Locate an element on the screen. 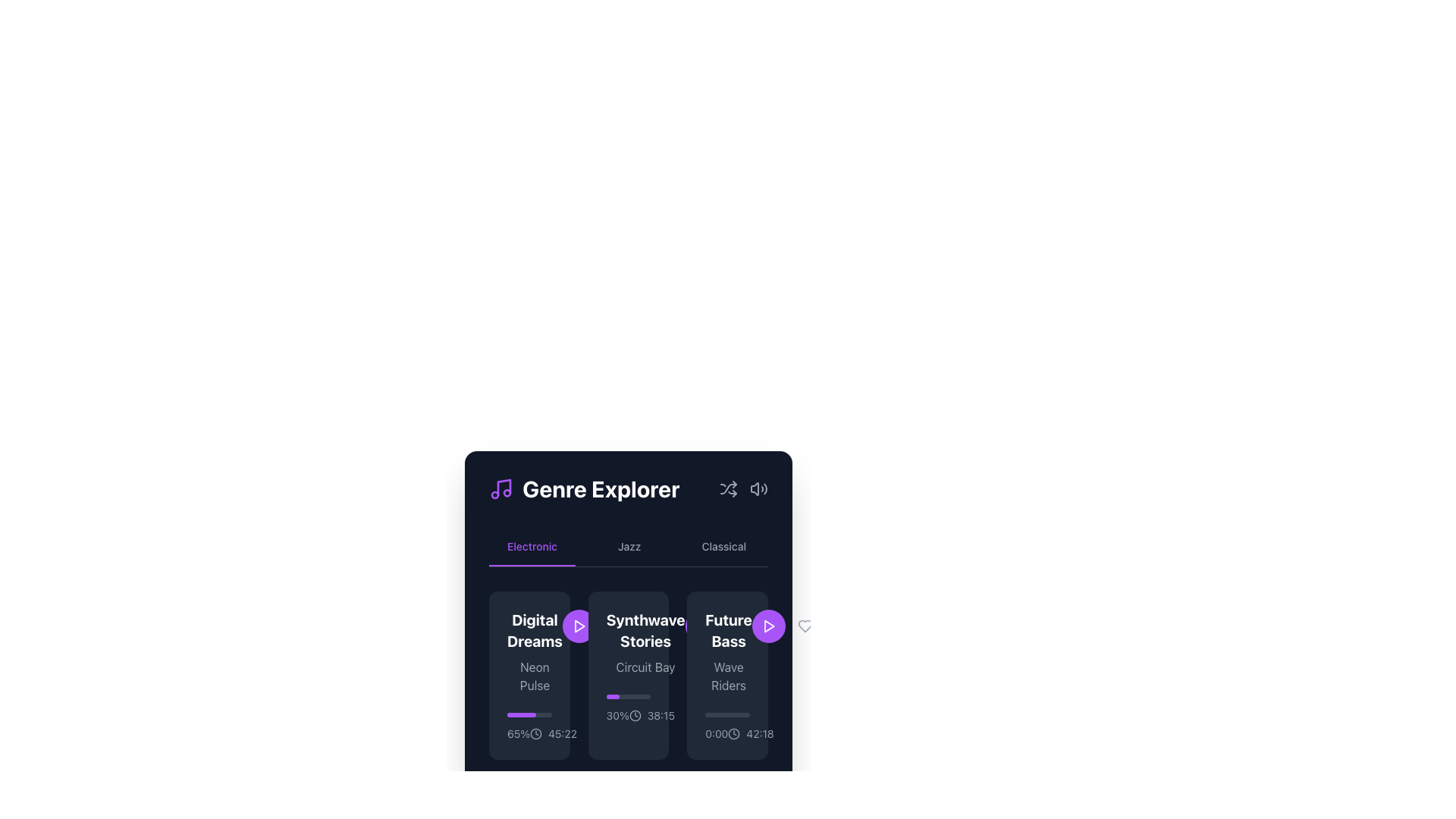 The height and width of the screenshot is (819, 1456). the Progress Bar located within the 'Synthwave Stories' card, positioned beneath the title and above the '30%' text marker is located at coordinates (629, 696).